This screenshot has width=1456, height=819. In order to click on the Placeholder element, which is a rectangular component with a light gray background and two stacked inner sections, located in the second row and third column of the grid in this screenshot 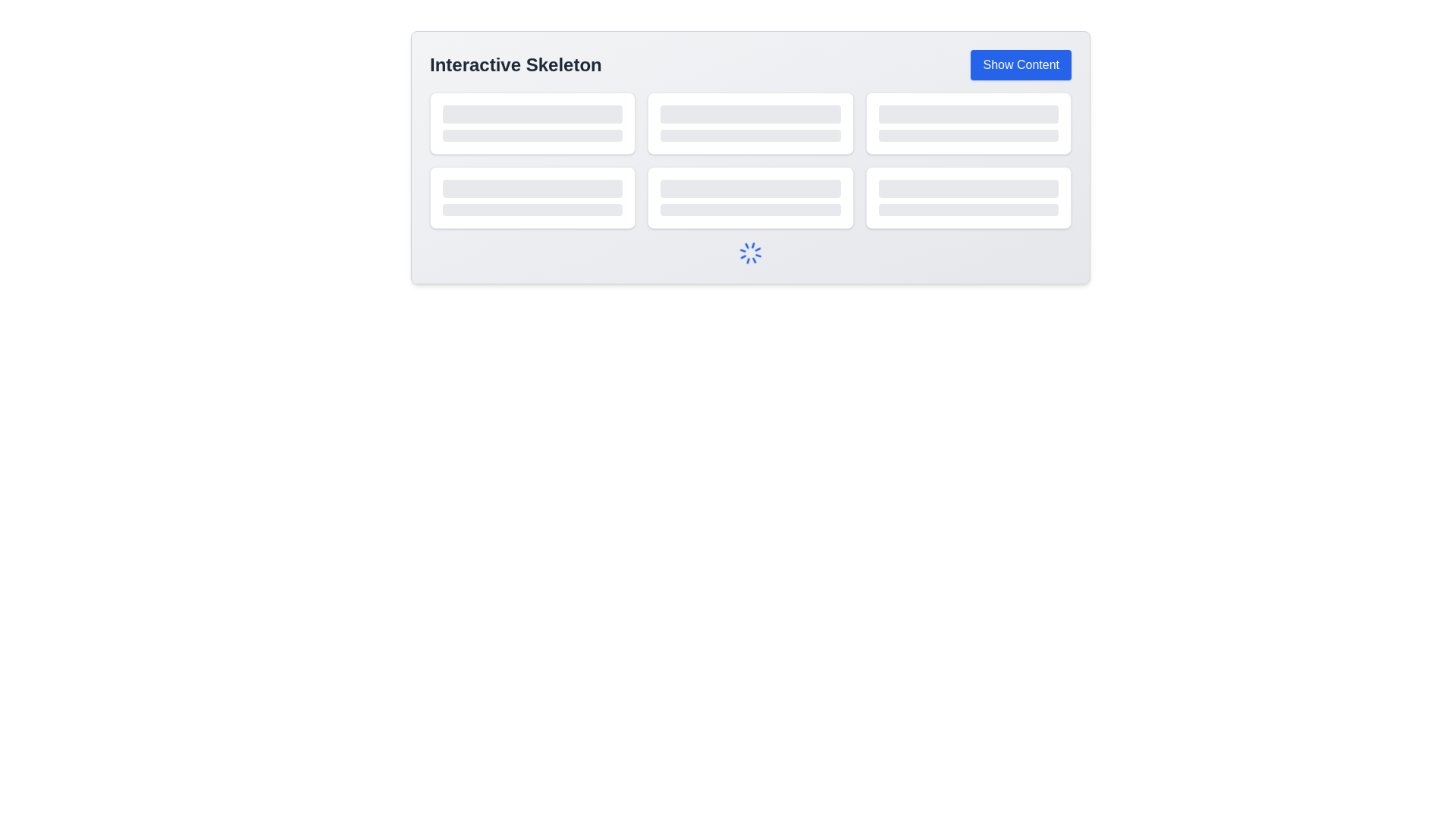, I will do `click(750, 197)`.